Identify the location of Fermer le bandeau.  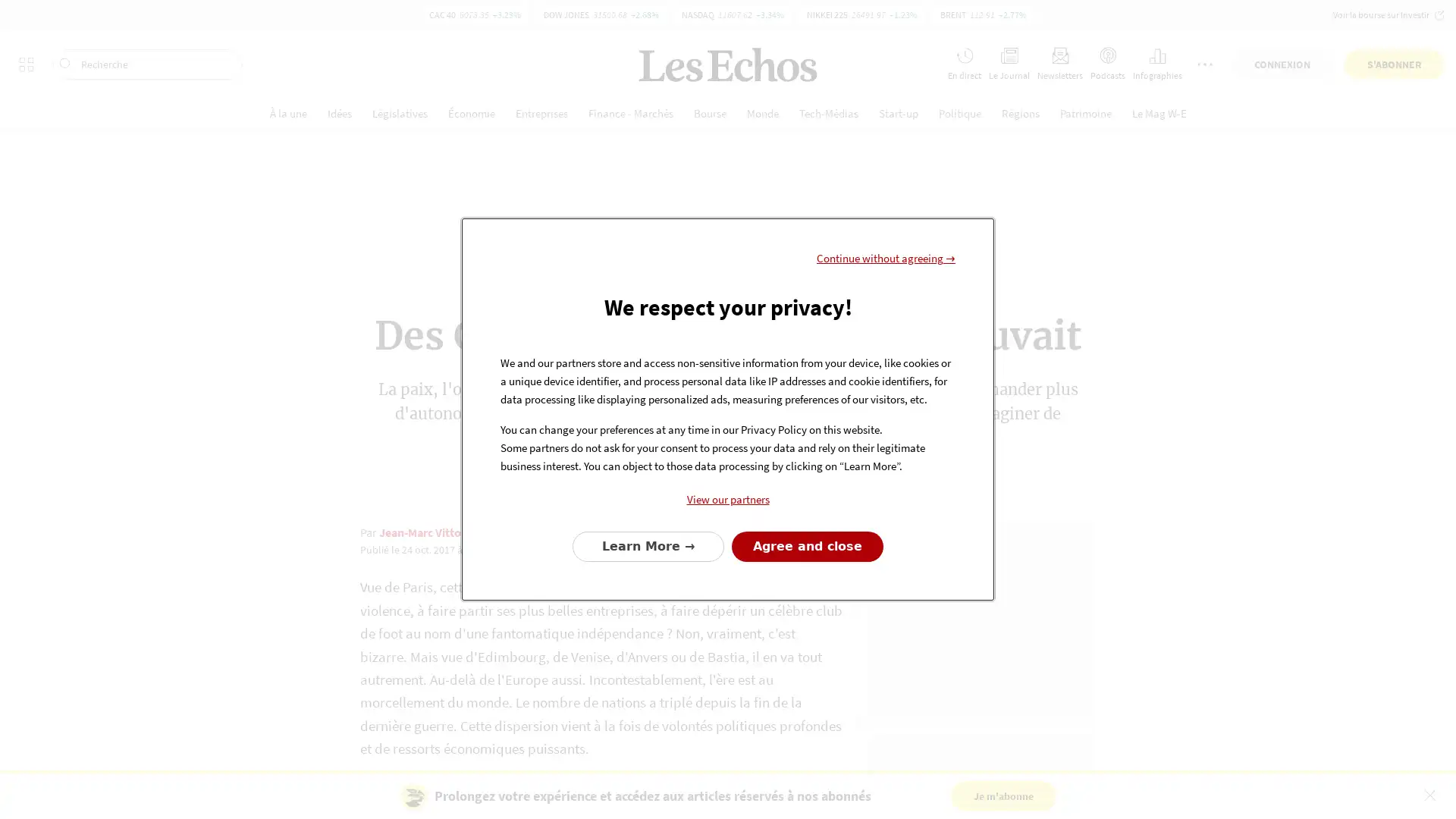
(1429, 794).